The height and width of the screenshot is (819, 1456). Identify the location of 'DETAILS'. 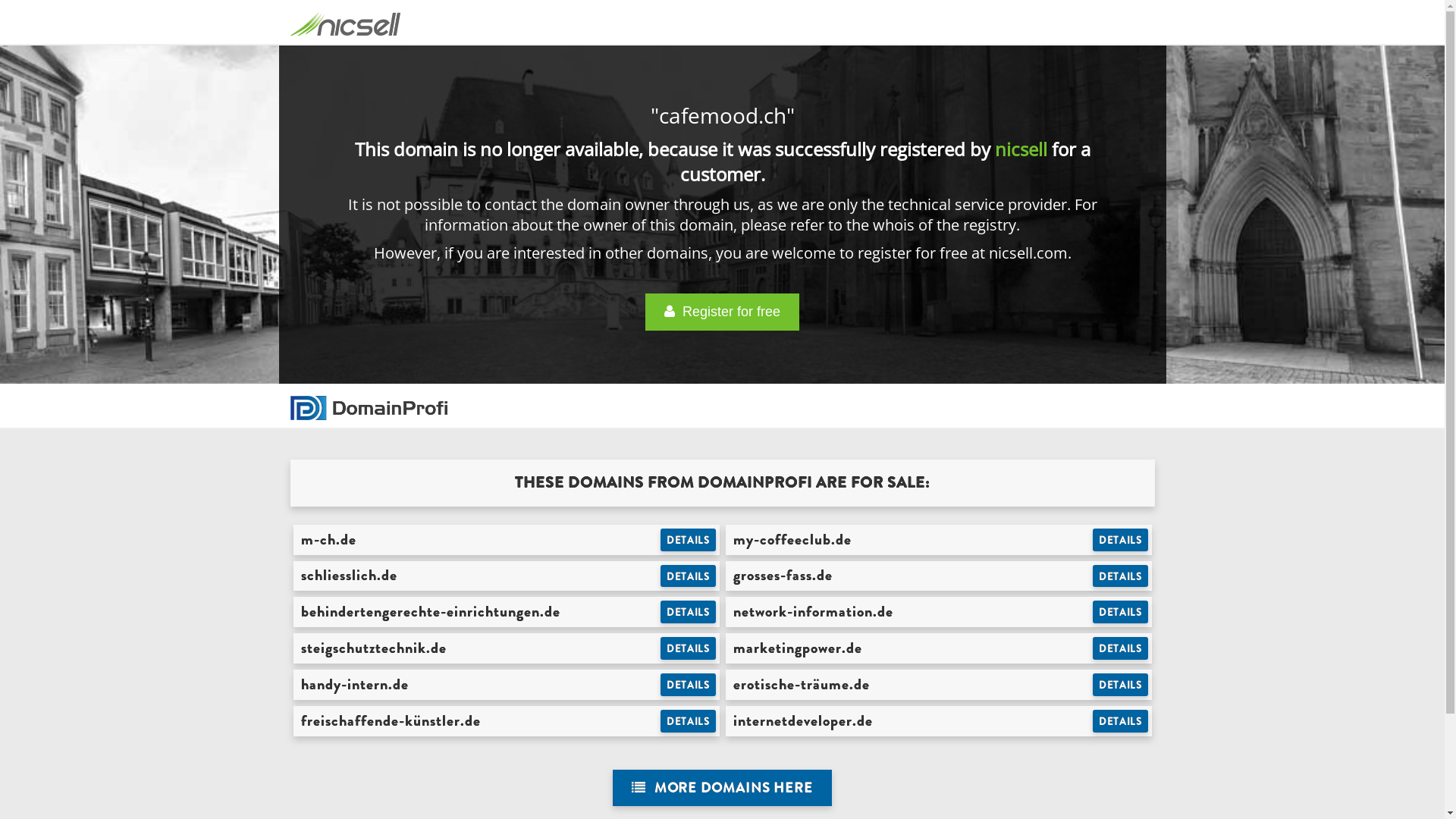
(687, 539).